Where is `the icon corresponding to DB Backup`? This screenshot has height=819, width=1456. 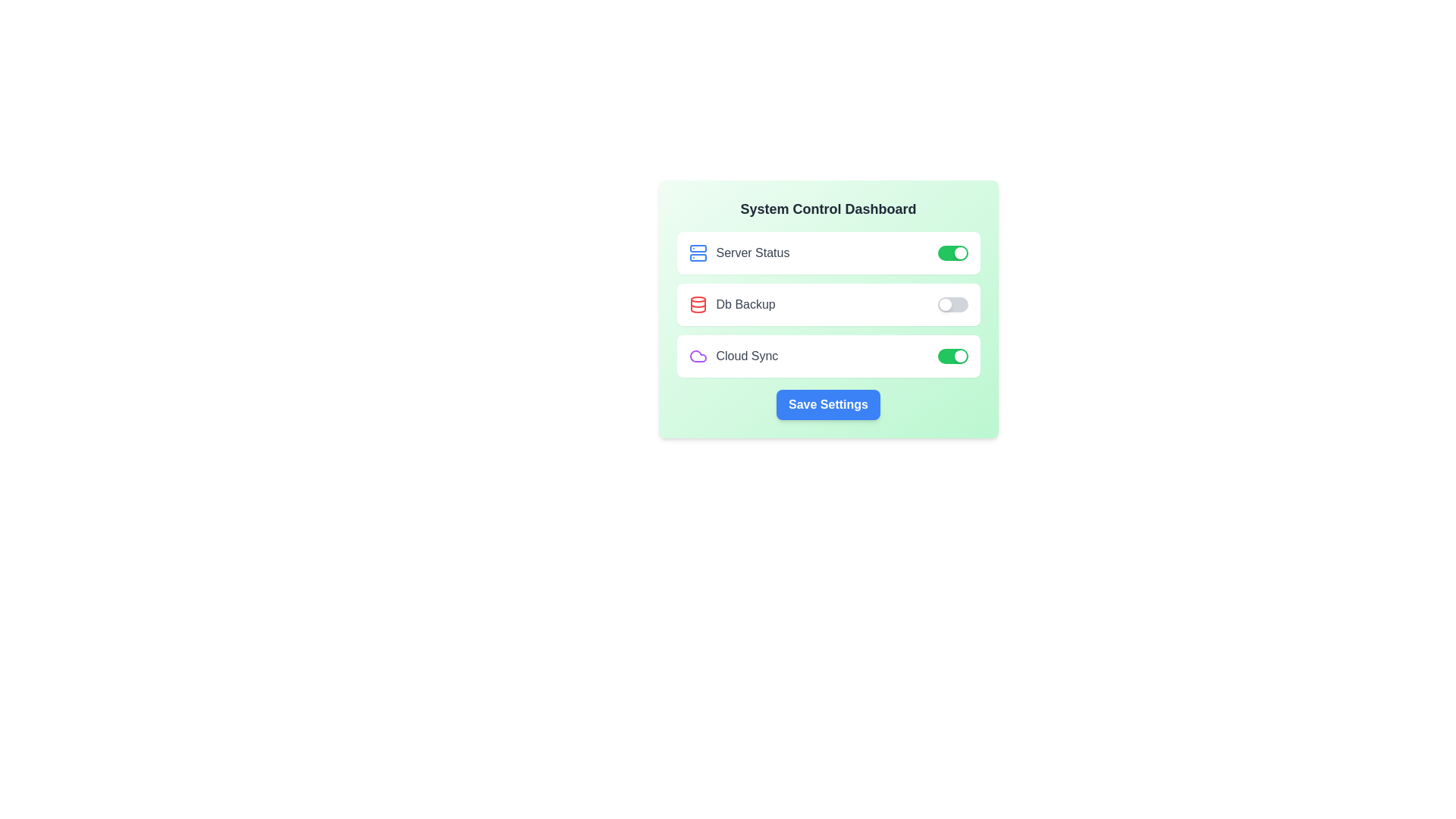
the icon corresponding to DB Backup is located at coordinates (697, 304).